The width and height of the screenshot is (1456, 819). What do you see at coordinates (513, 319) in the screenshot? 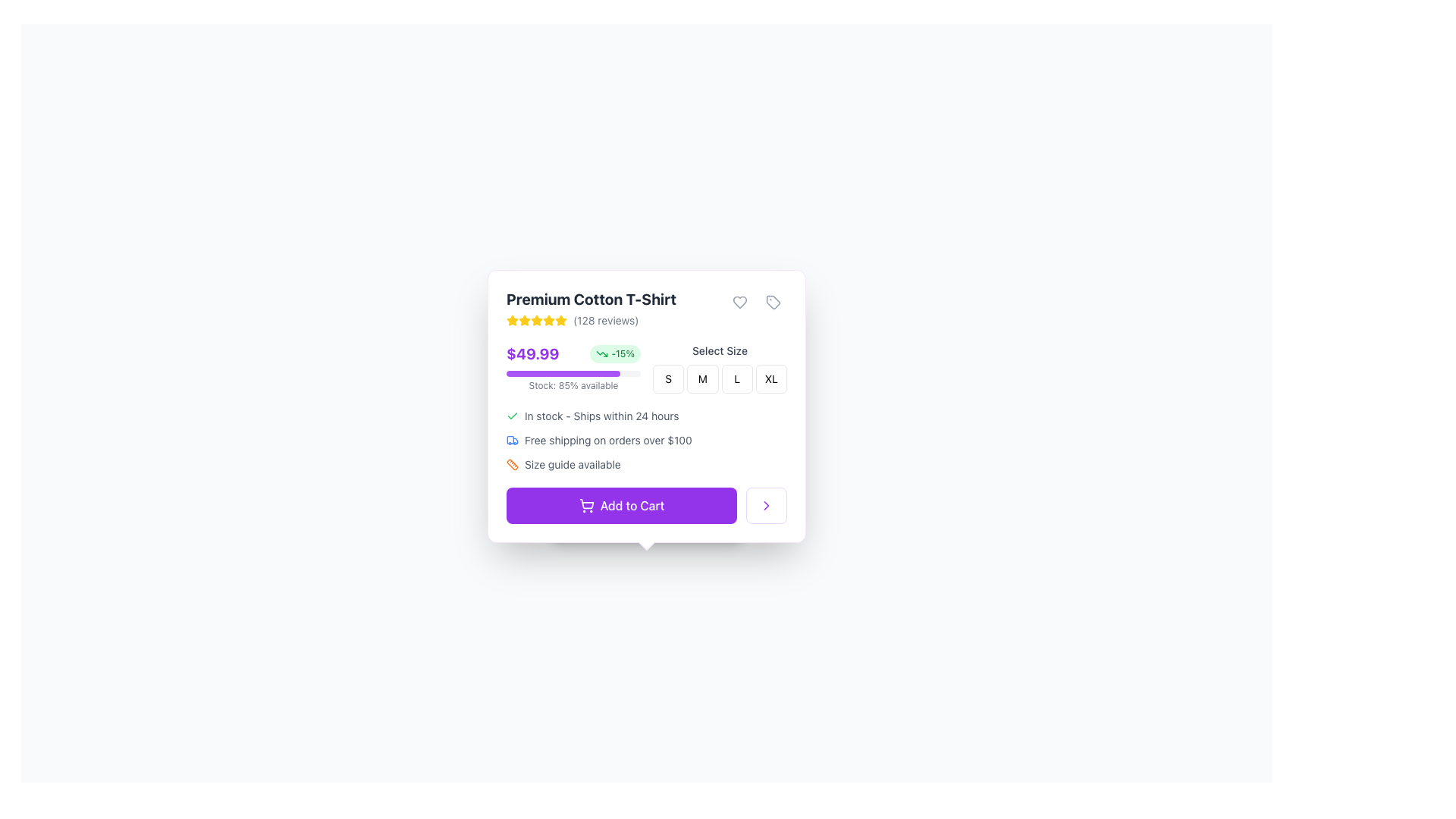
I see `the gold star-shaped icon in the product card interface` at bounding box center [513, 319].